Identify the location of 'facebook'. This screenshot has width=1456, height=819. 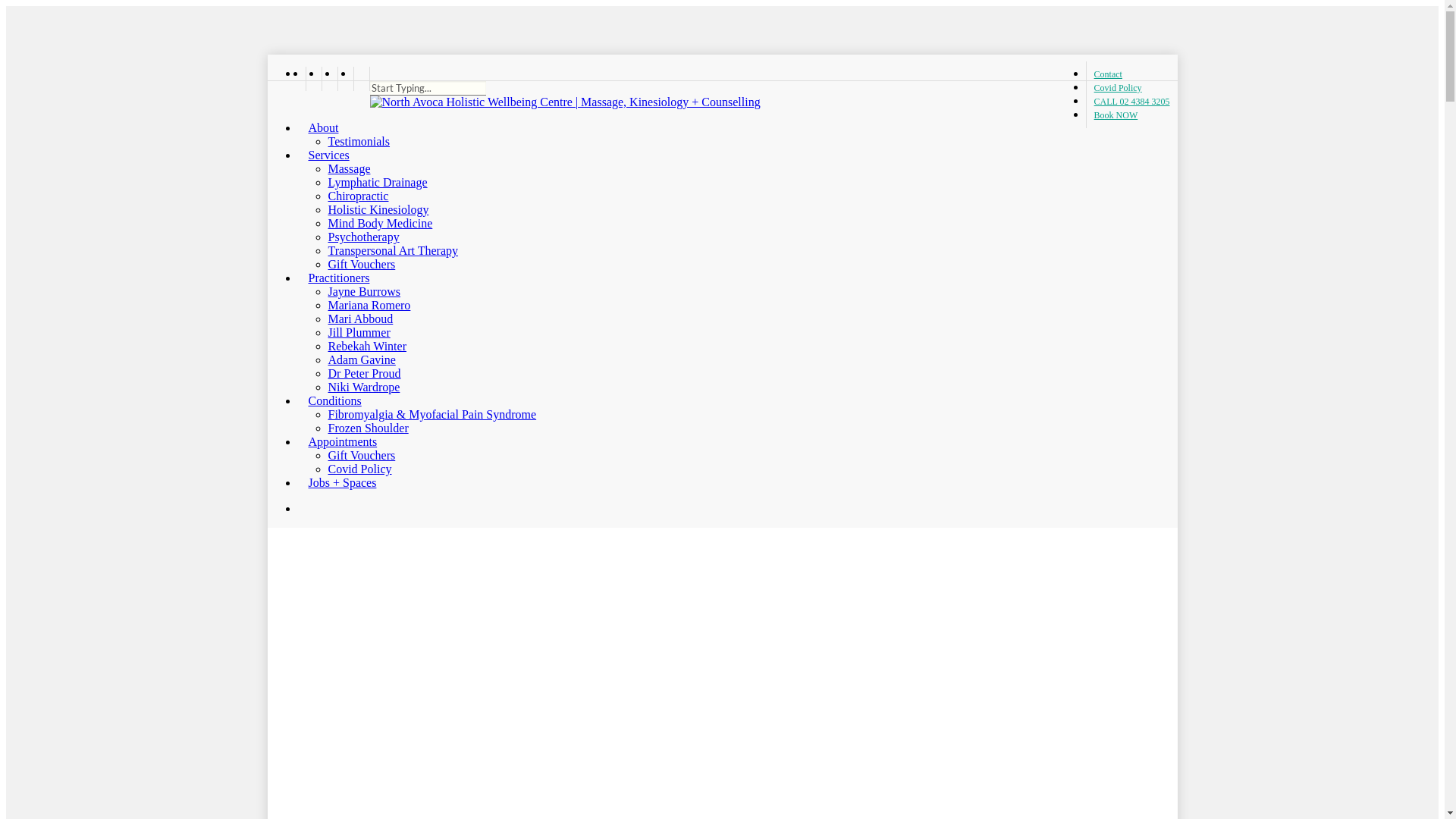
(312, 79).